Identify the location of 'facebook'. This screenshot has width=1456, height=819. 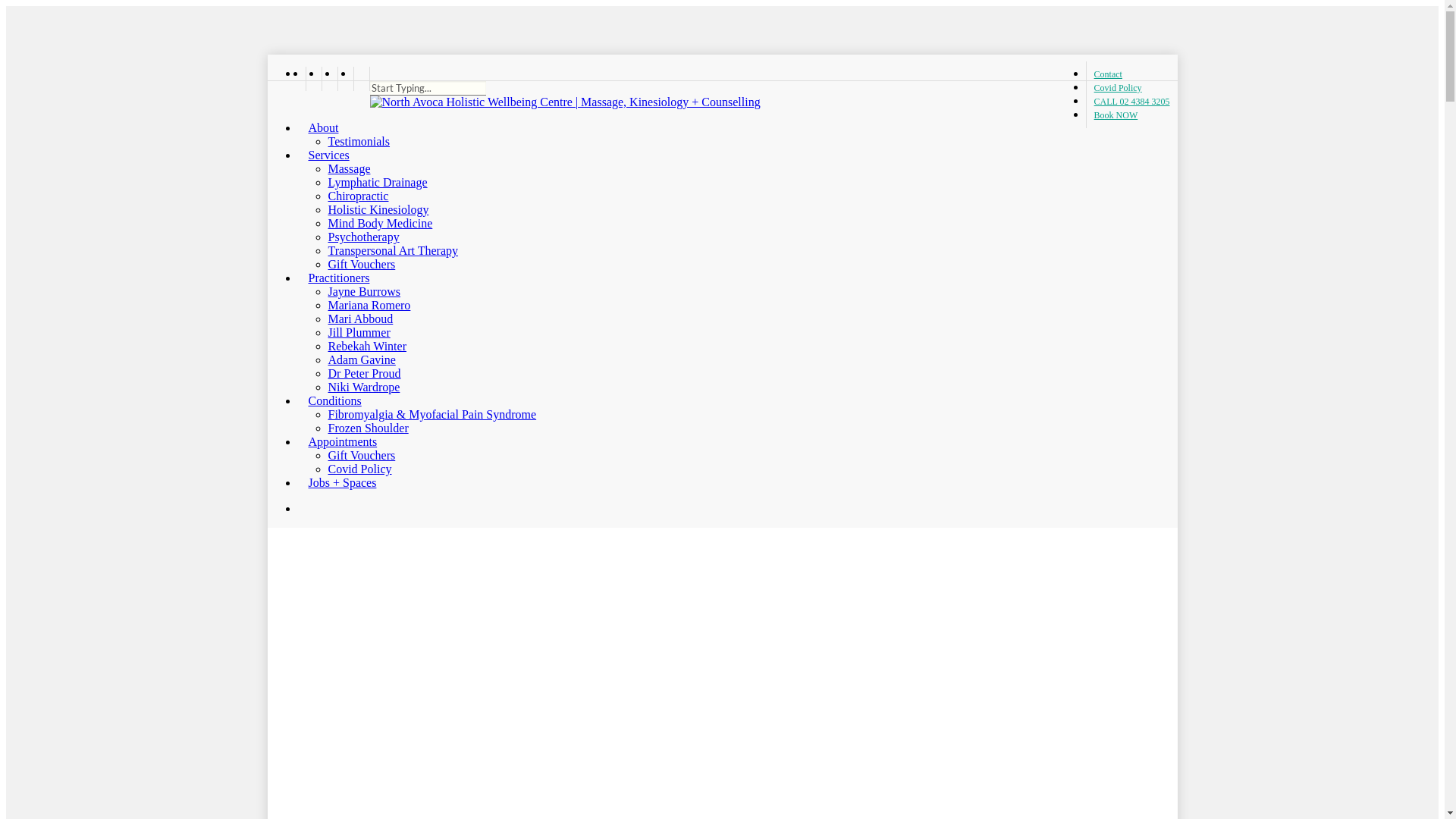
(312, 79).